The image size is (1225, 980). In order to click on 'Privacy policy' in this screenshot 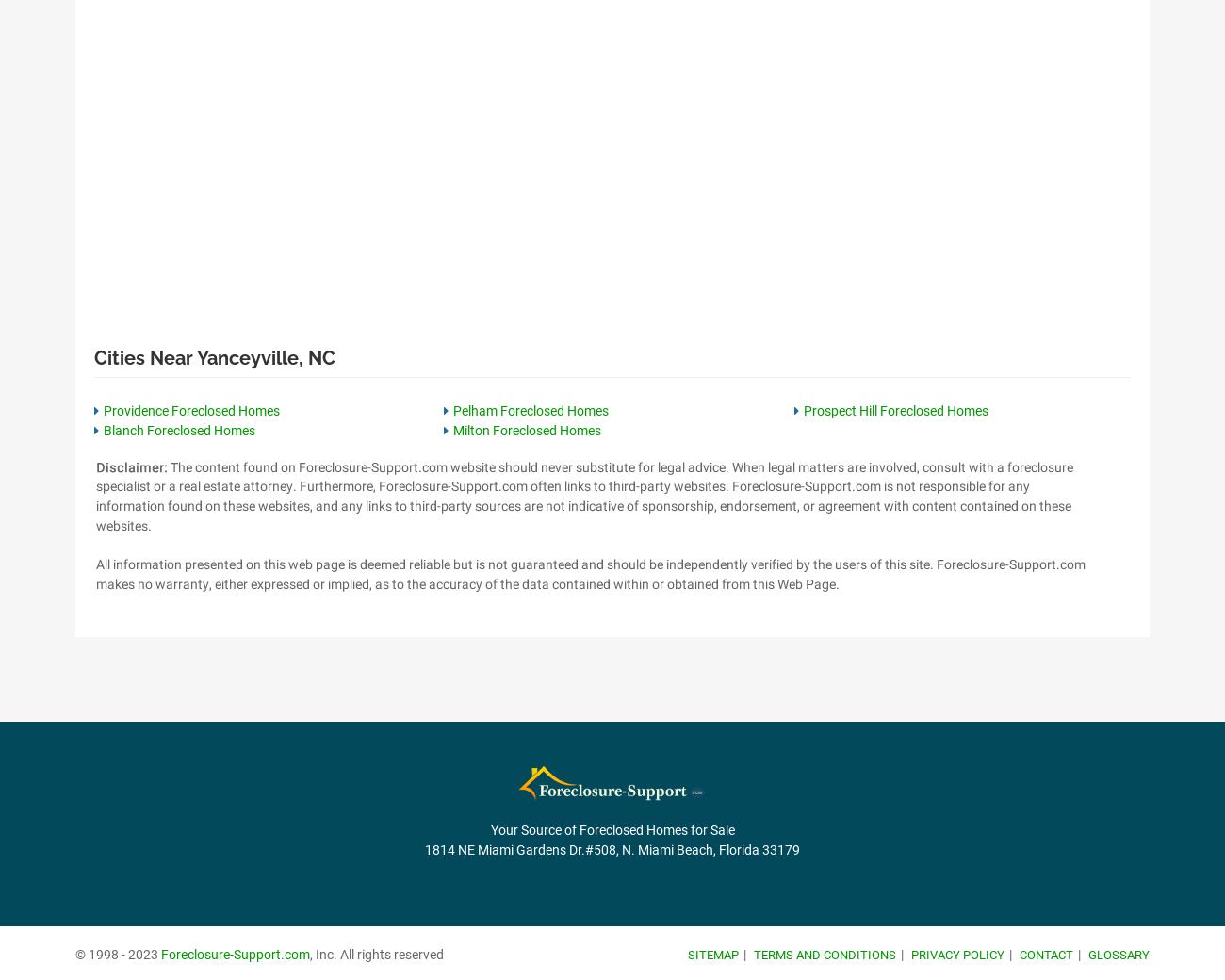, I will do `click(956, 954)`.